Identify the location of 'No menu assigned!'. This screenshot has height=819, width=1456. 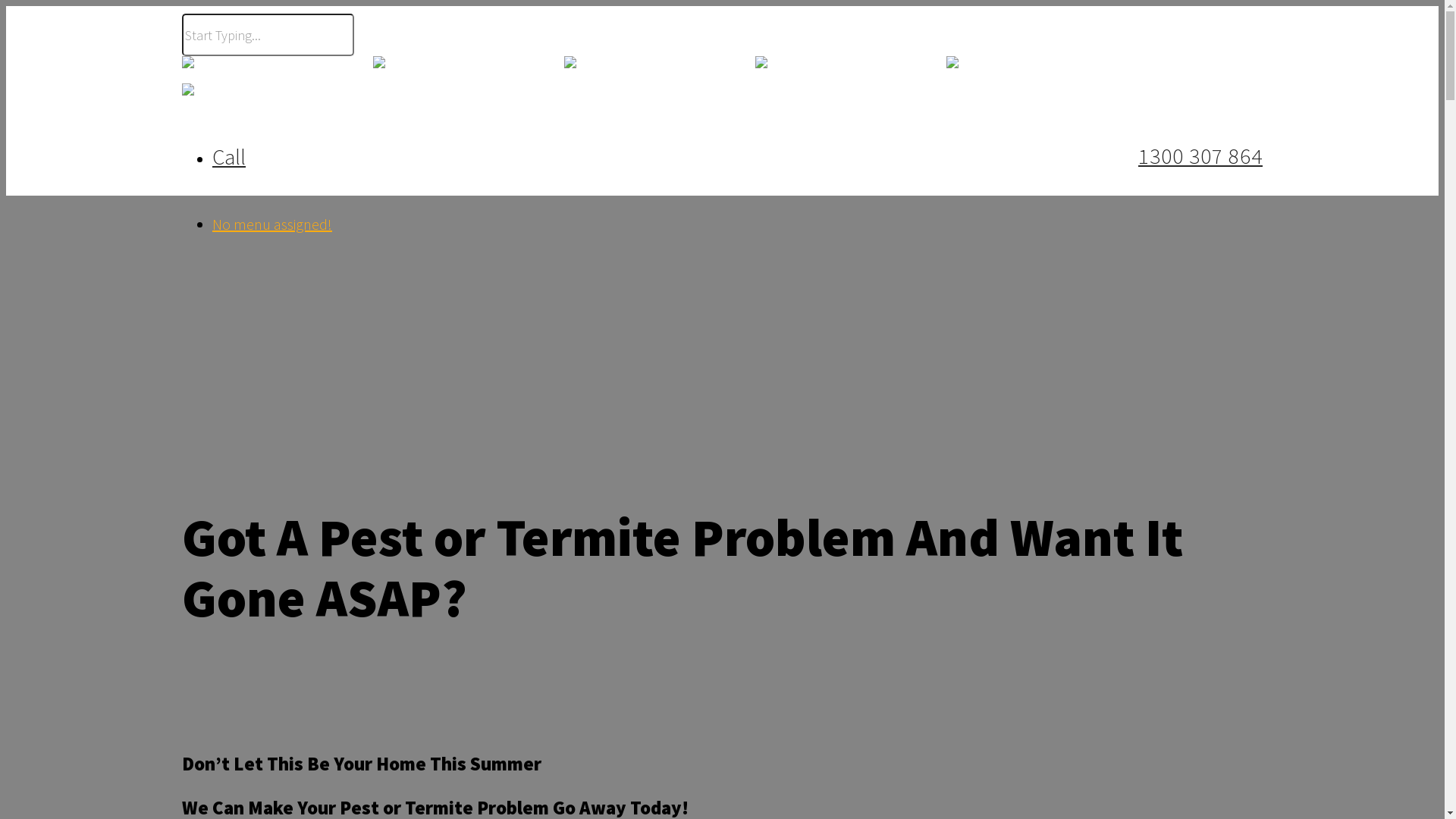
(272, 224).